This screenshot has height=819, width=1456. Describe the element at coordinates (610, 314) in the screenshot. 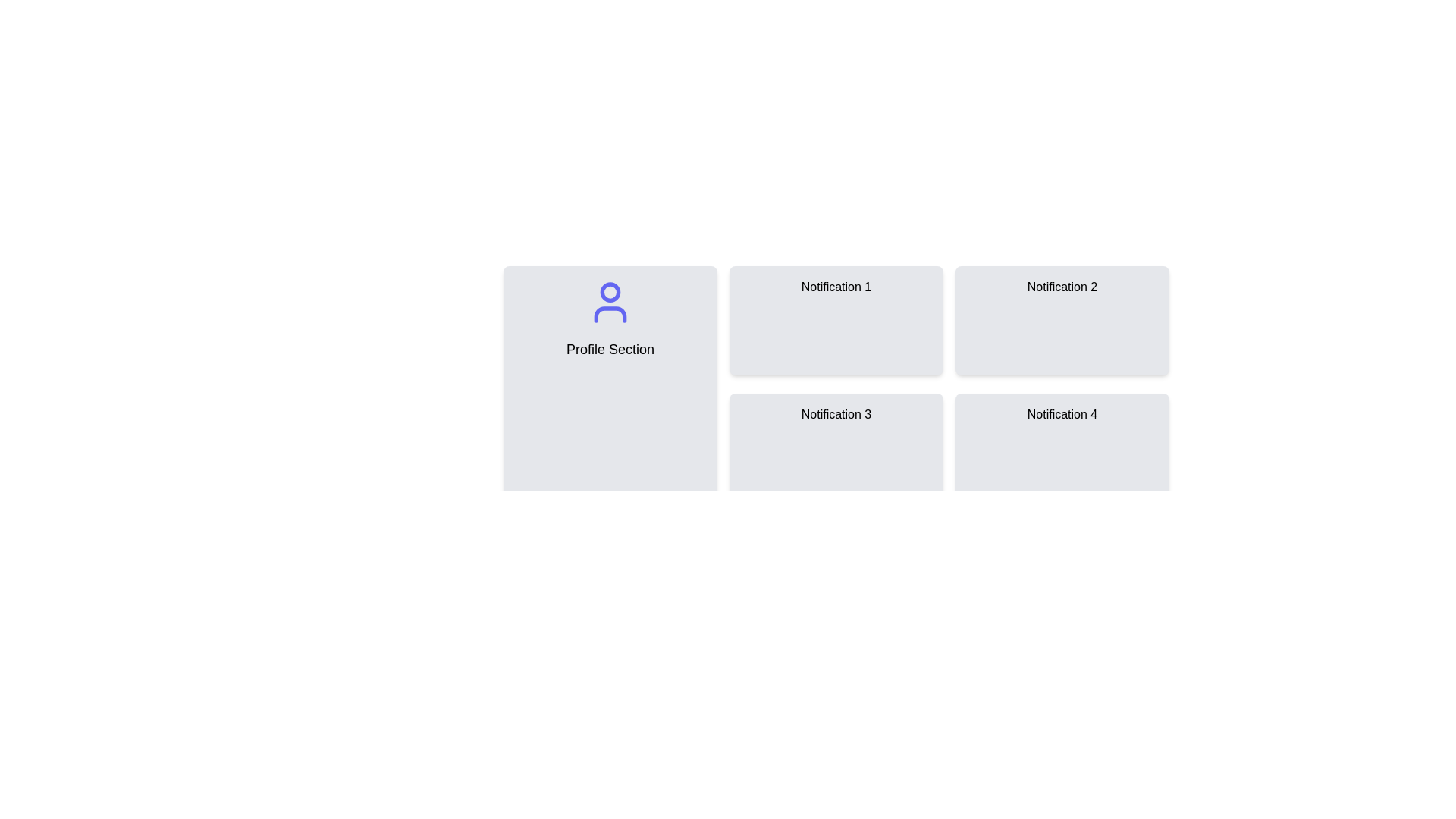

I see `the bottom half of the user profile icon, which is part of the 'Profile Section'` at that location.